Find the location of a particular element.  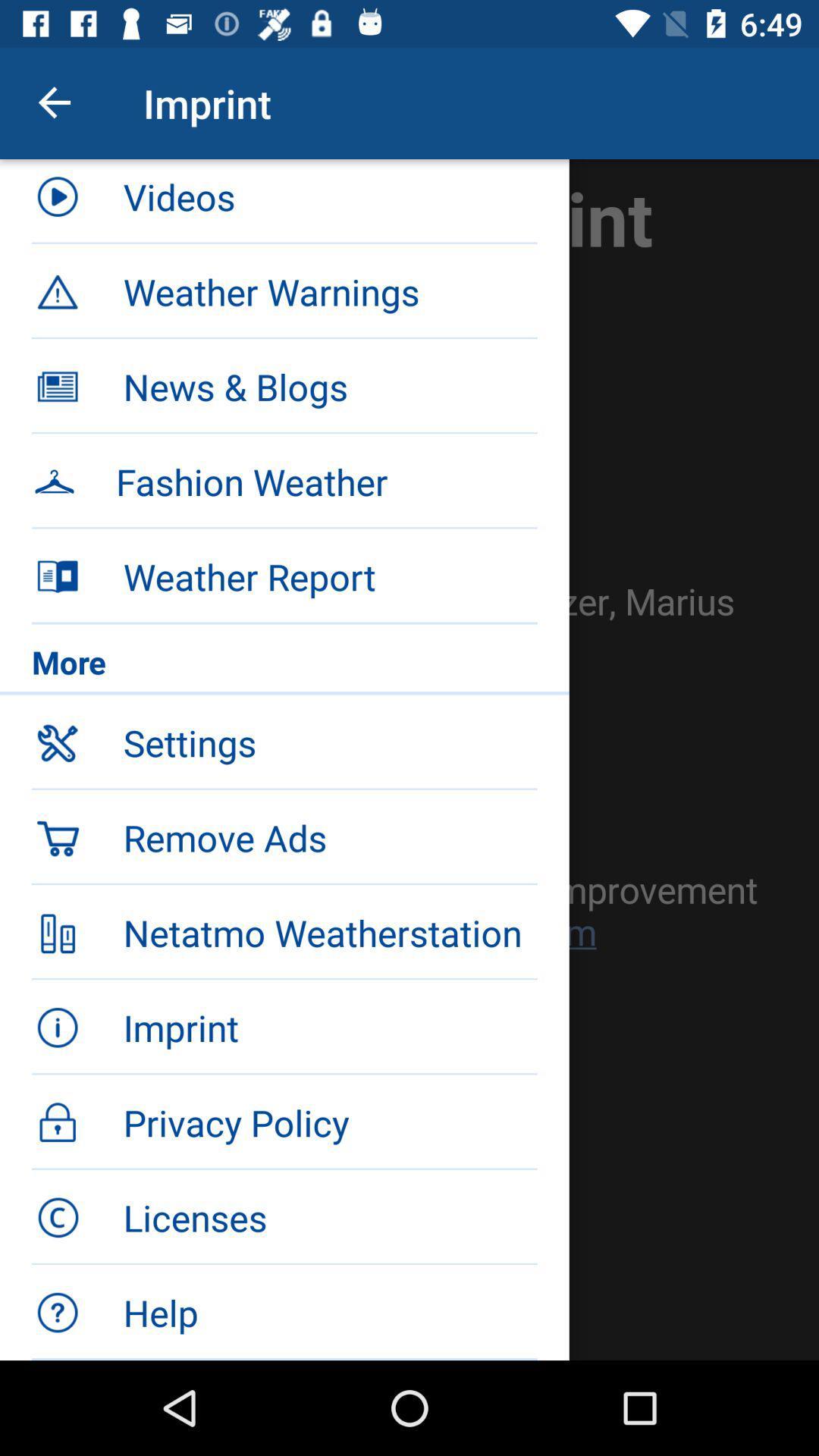

icon above more icon is located at coordinates (329, 576).